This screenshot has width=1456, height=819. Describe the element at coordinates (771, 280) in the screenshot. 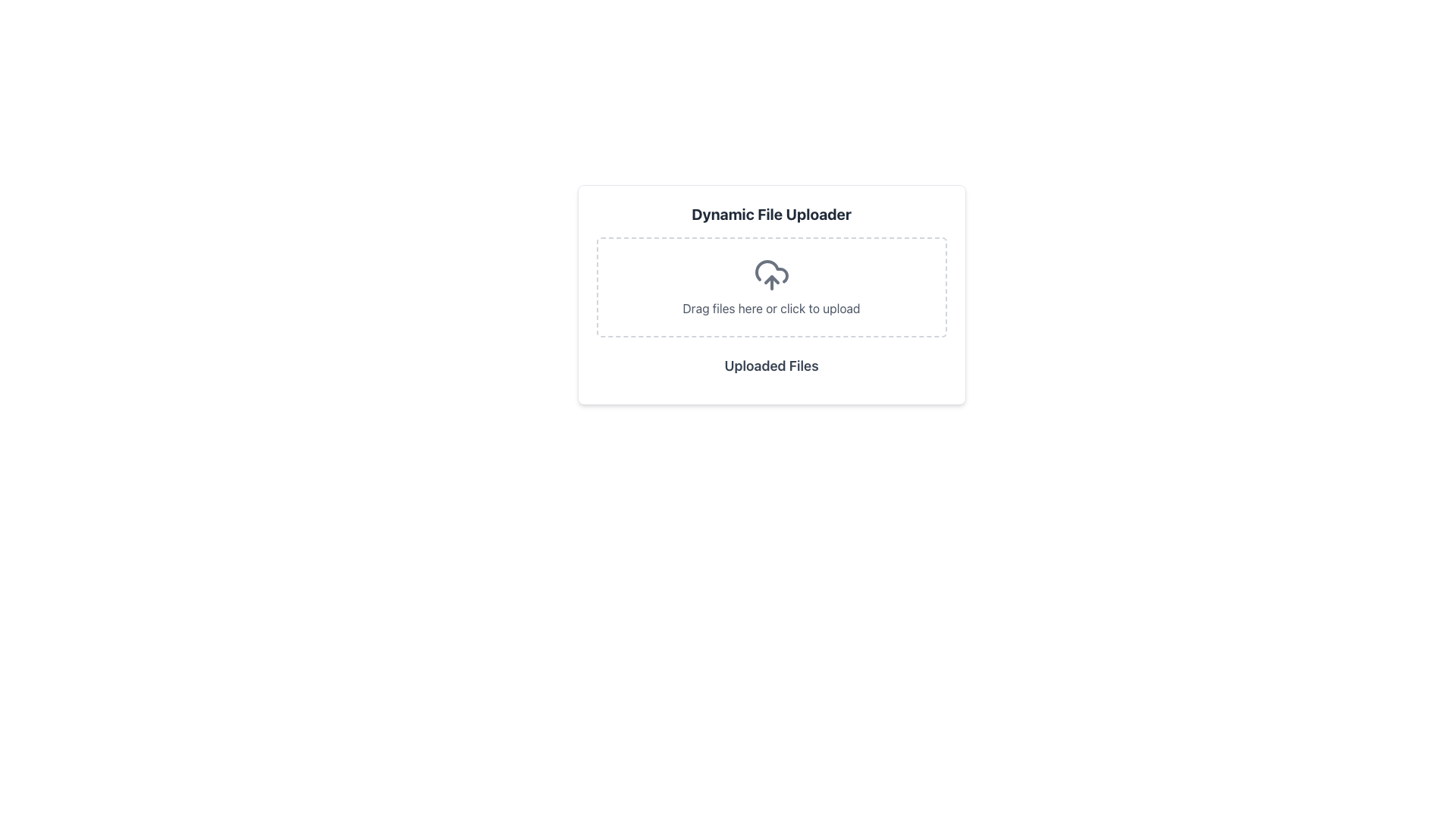

I see `the downward-pointing arrow in the center of the cloud icon within the 'Dynamic File Uploader' card` at that location.